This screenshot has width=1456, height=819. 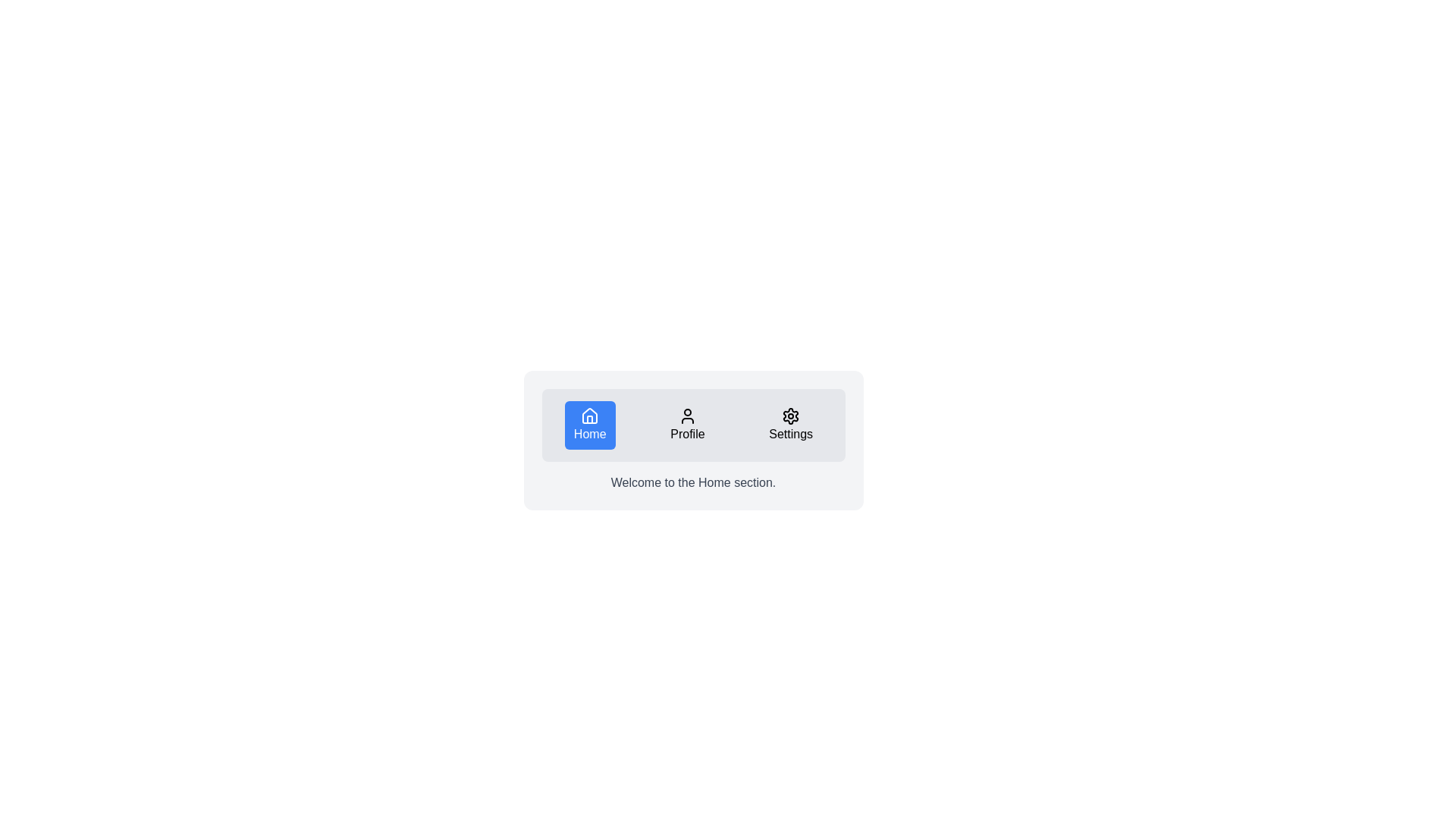 What do you see at coordinates (589, 425) in the screenshot?
I see `the leftmost navigation button that redirects to the Home section of the application` at bounding box center [589, 425].